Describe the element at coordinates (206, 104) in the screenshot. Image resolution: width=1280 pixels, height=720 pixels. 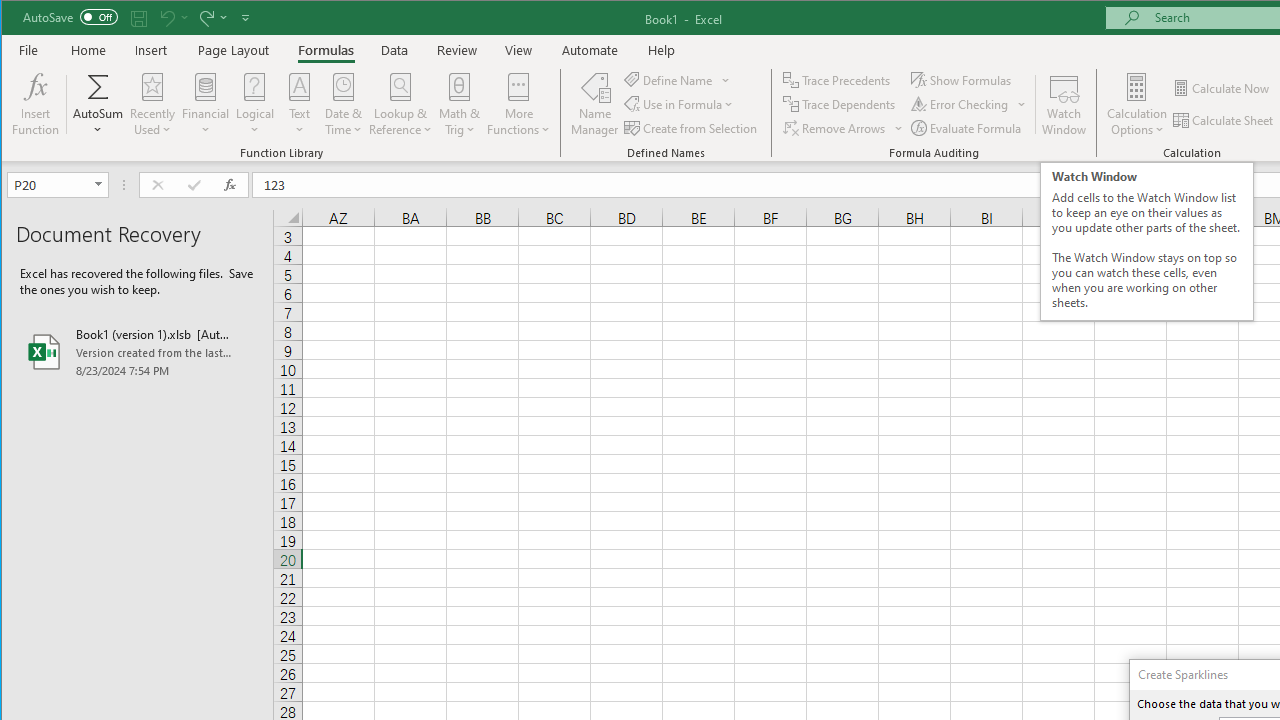
I see `'Financial'` at that location.